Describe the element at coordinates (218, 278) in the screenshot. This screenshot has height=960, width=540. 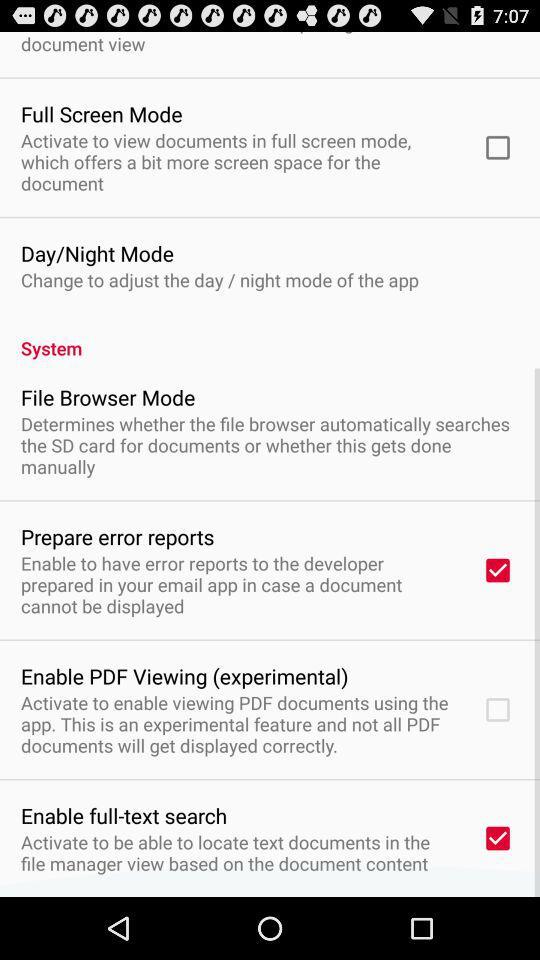
I see `the item below day/night mode` at that location.